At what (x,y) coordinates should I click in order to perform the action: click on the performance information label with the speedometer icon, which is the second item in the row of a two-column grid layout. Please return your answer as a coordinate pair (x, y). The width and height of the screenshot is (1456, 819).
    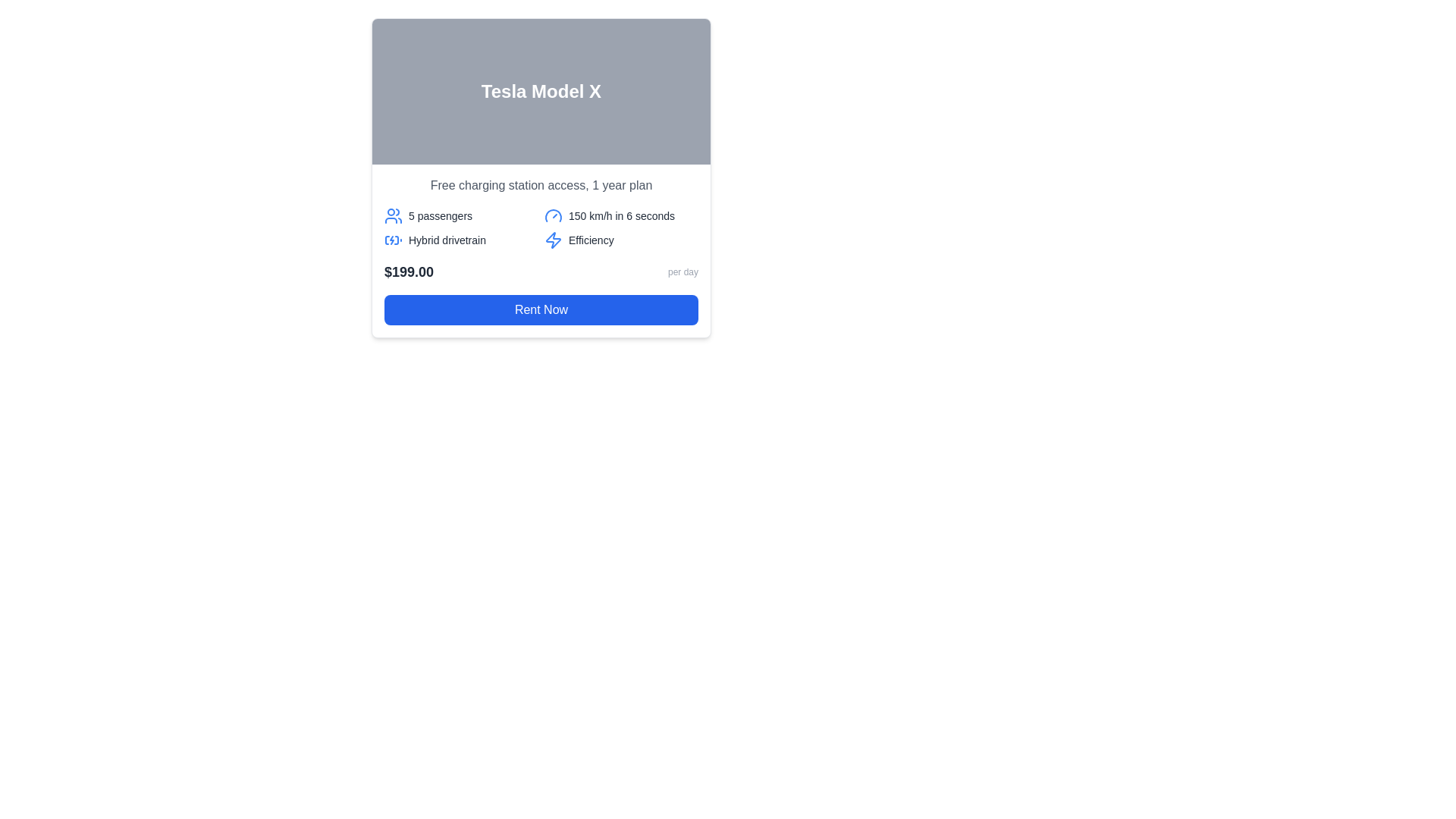
    Looking at the image, I should click on (621, 216).